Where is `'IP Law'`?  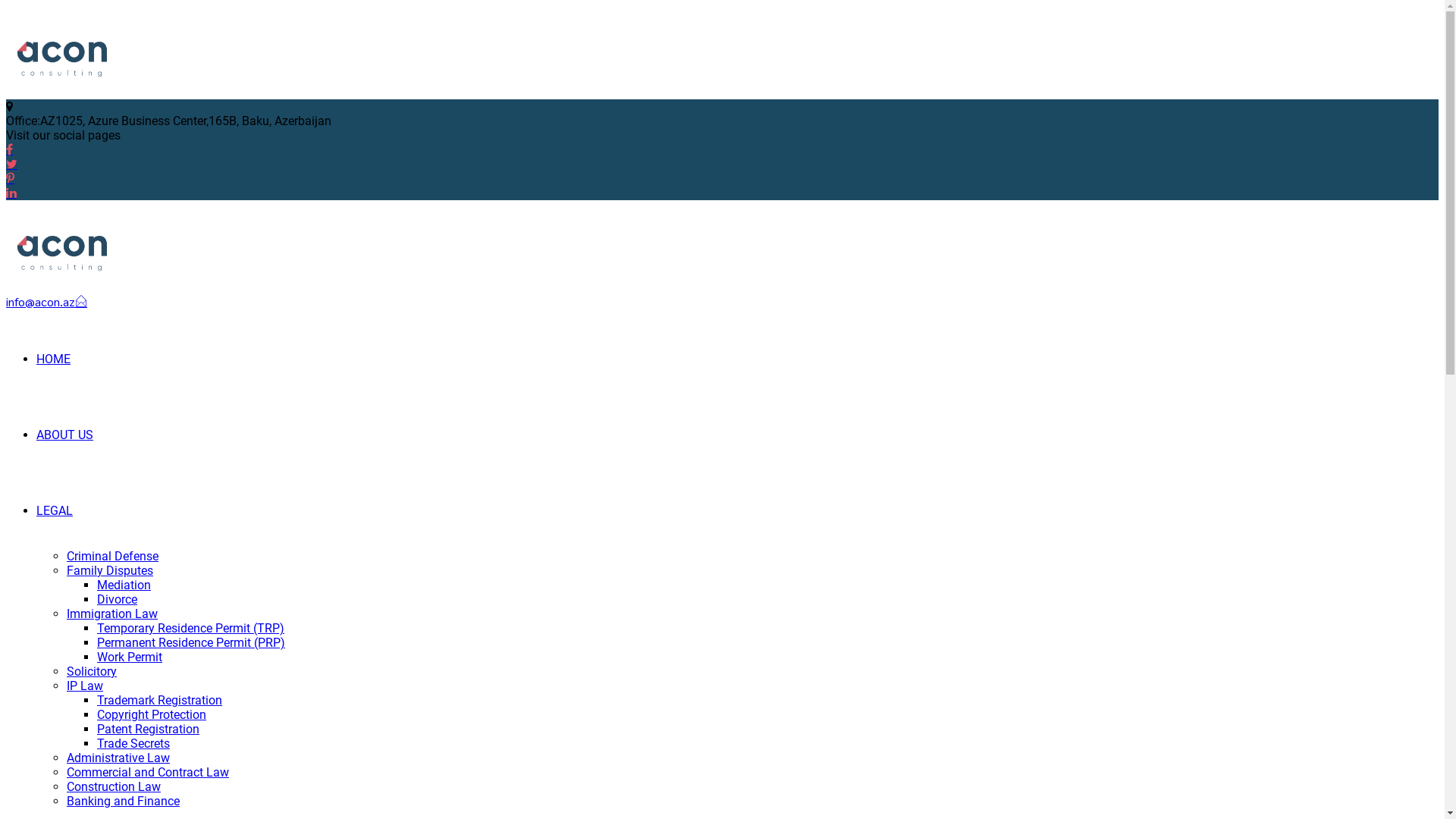
'IP Law' is located at coordinates (83, 686).